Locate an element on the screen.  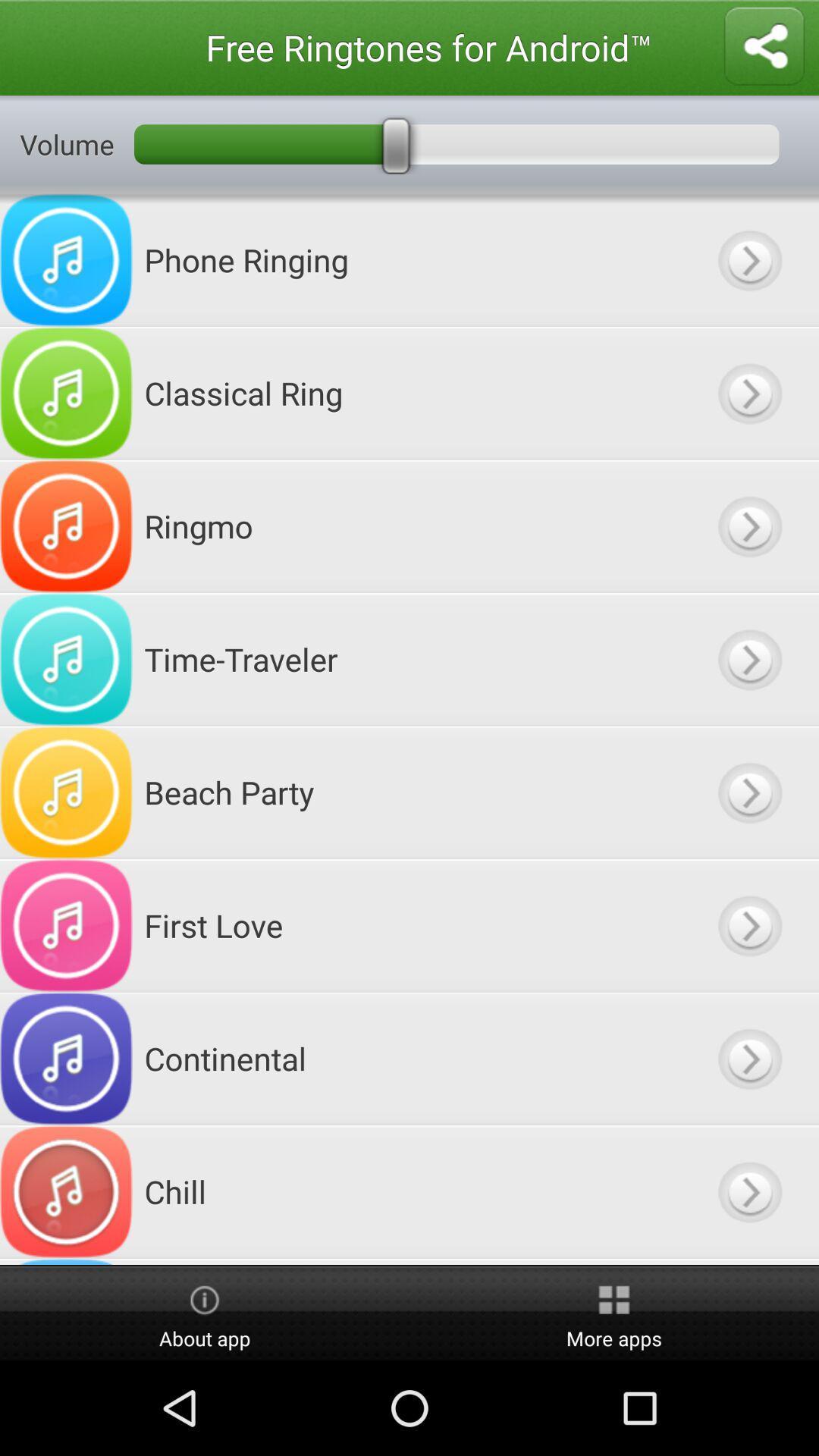
the ringtone is located at coordinates (748, 924).